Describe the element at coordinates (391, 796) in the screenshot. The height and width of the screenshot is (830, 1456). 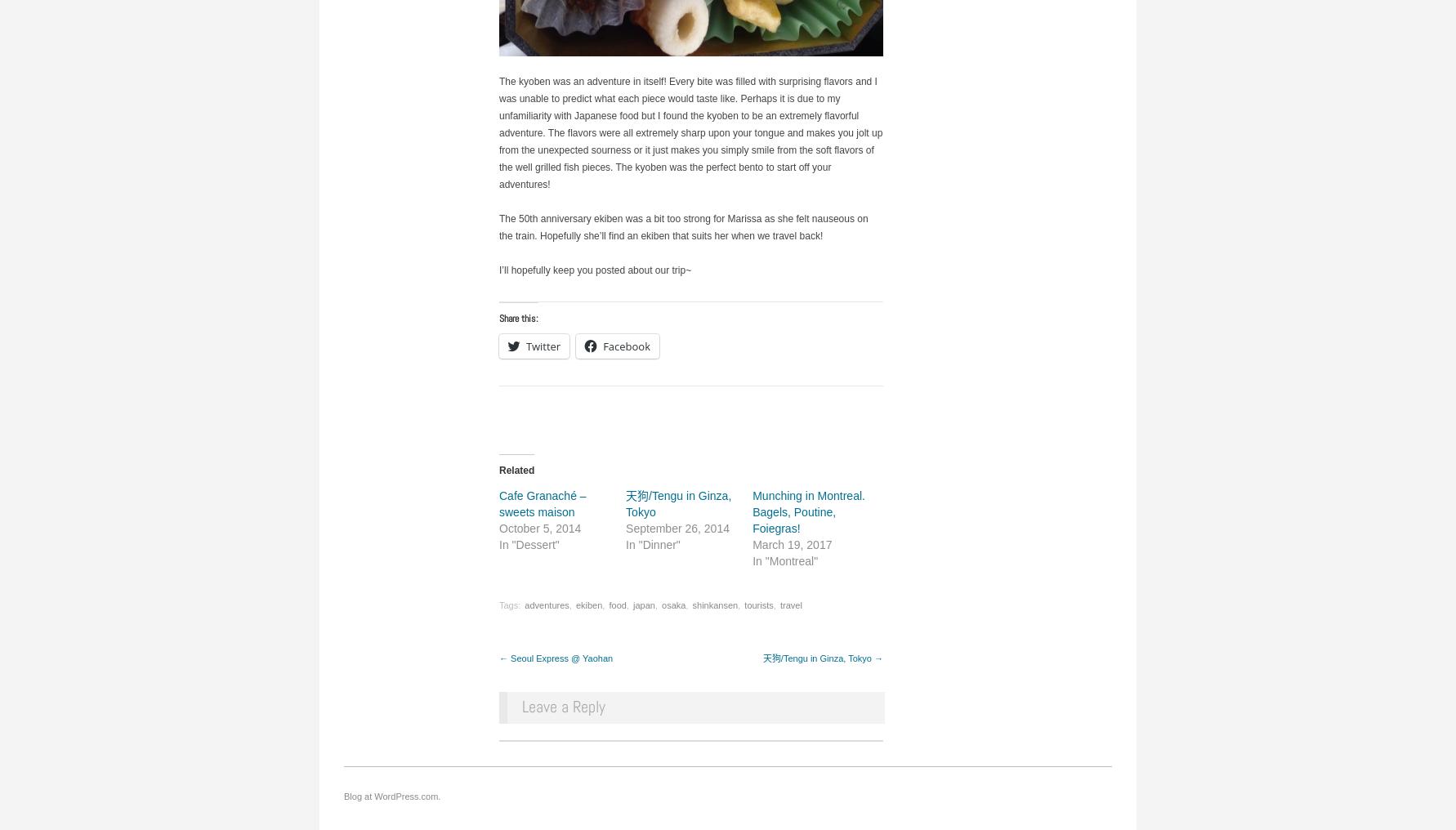
I see `'Blog at WordPress.com.'` at that location.